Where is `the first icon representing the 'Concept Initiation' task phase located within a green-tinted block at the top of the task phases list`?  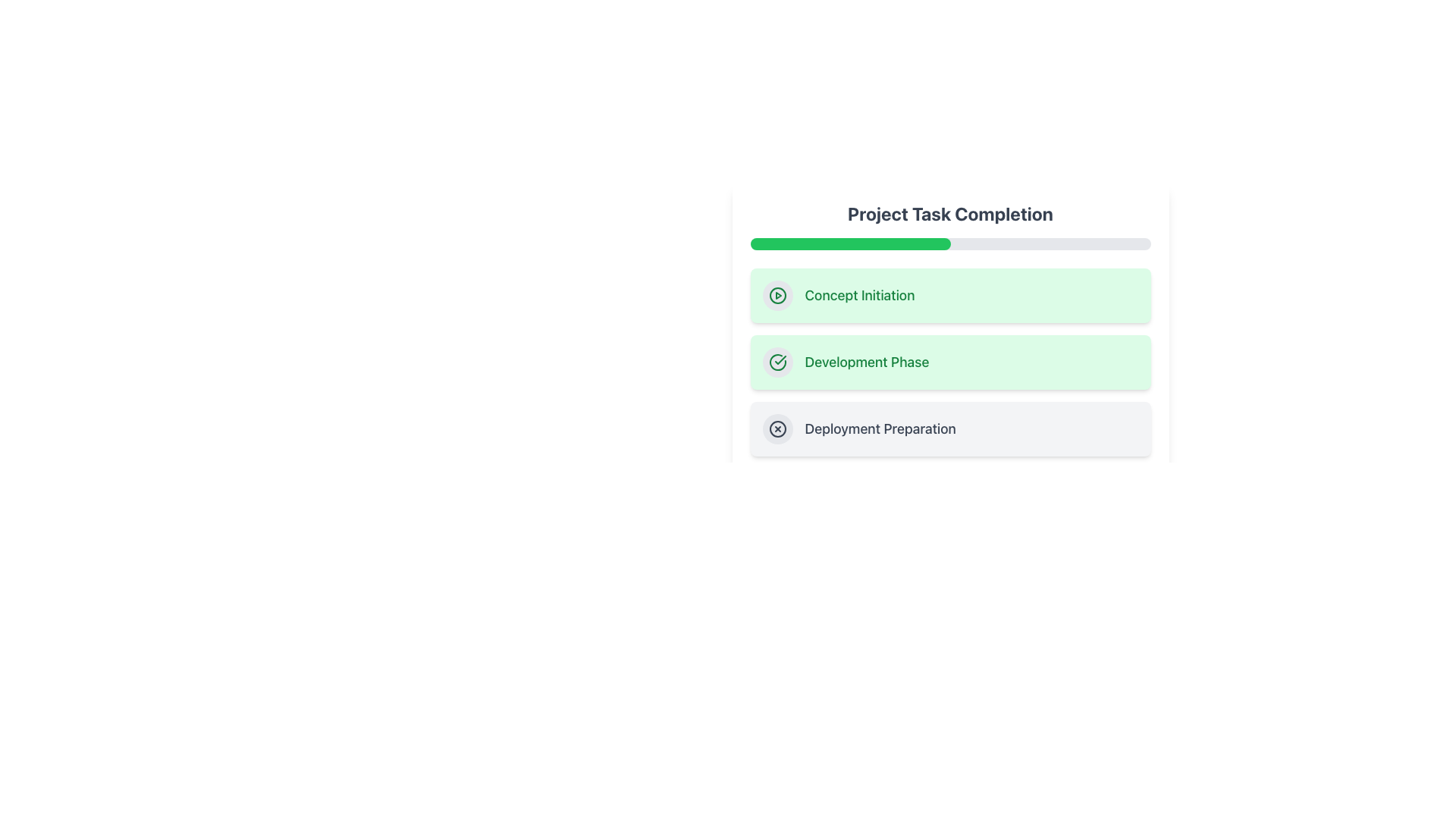
the first icon representing the 'Concept Initiation' task phase located within a green-tinted block at the top of the task phases list is located at coordinates (777, 295).